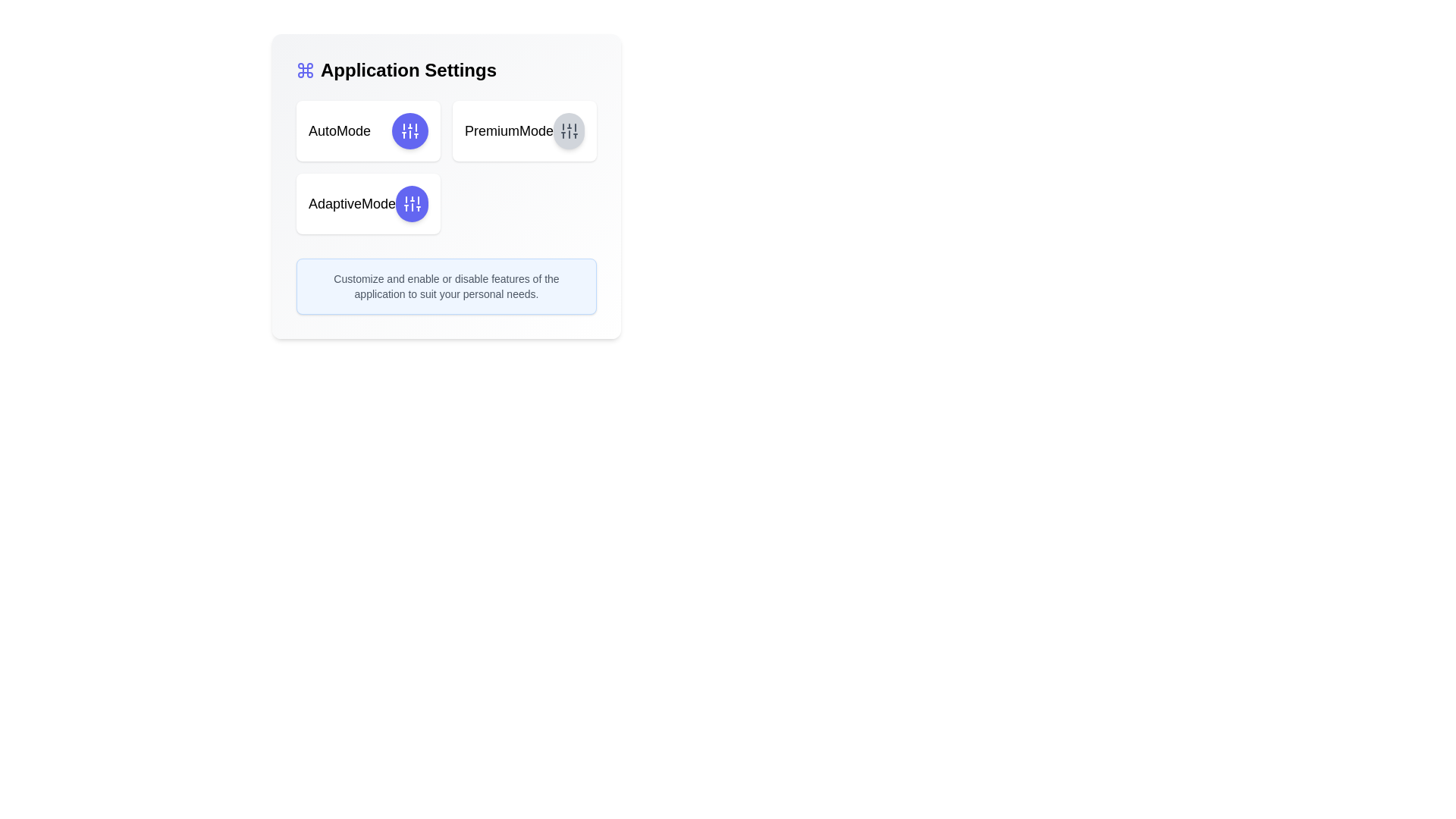  What do you see at coordinates (568, 130) in the screenshot?
I see `the settings icon for 'PremiumMode' located within the circular button` at bounding box center [568, 130].